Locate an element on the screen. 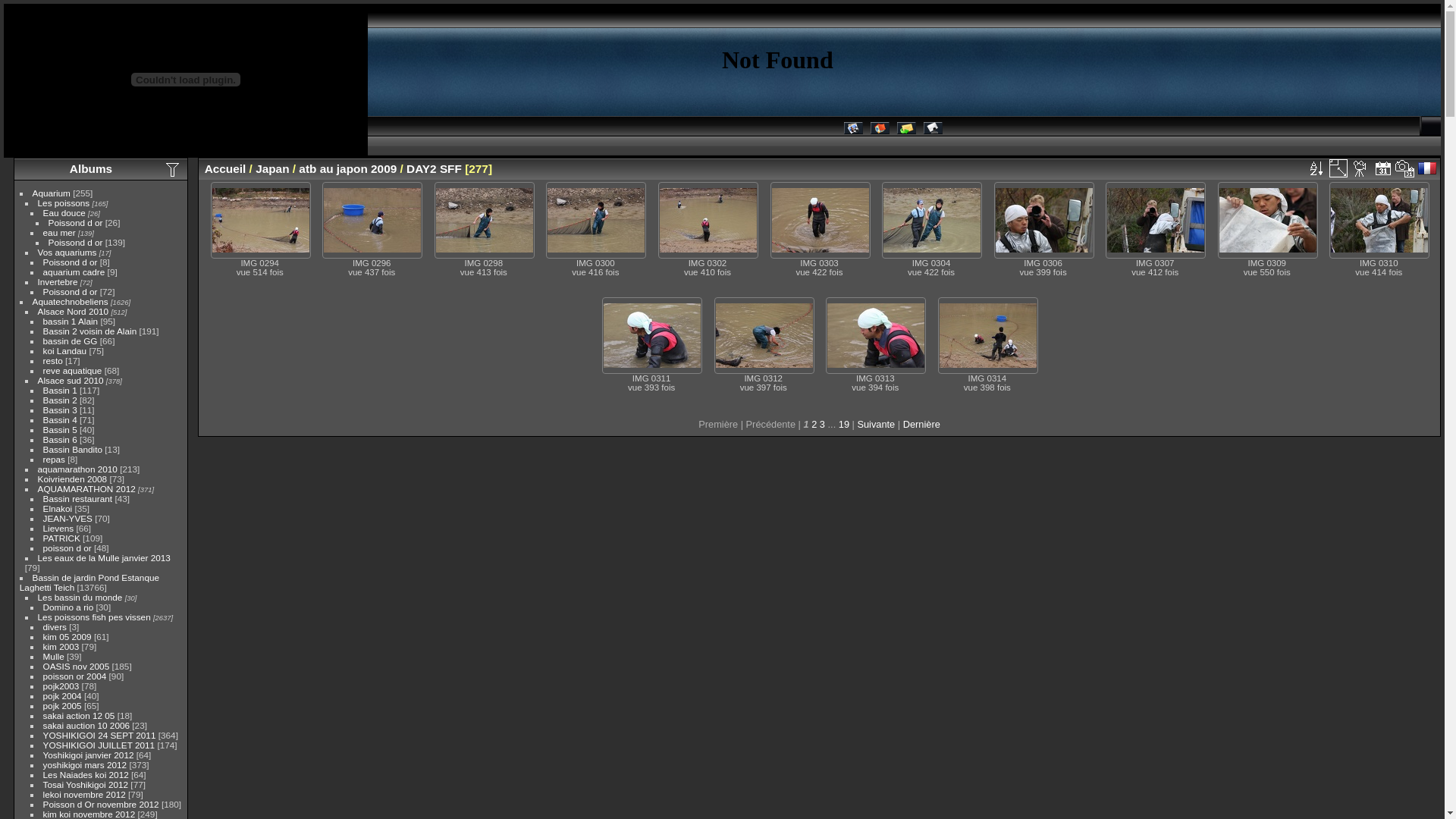 This screenshot has width=1456, height=819. 'Les bassin du monde' is located at coordinates (79, 596).